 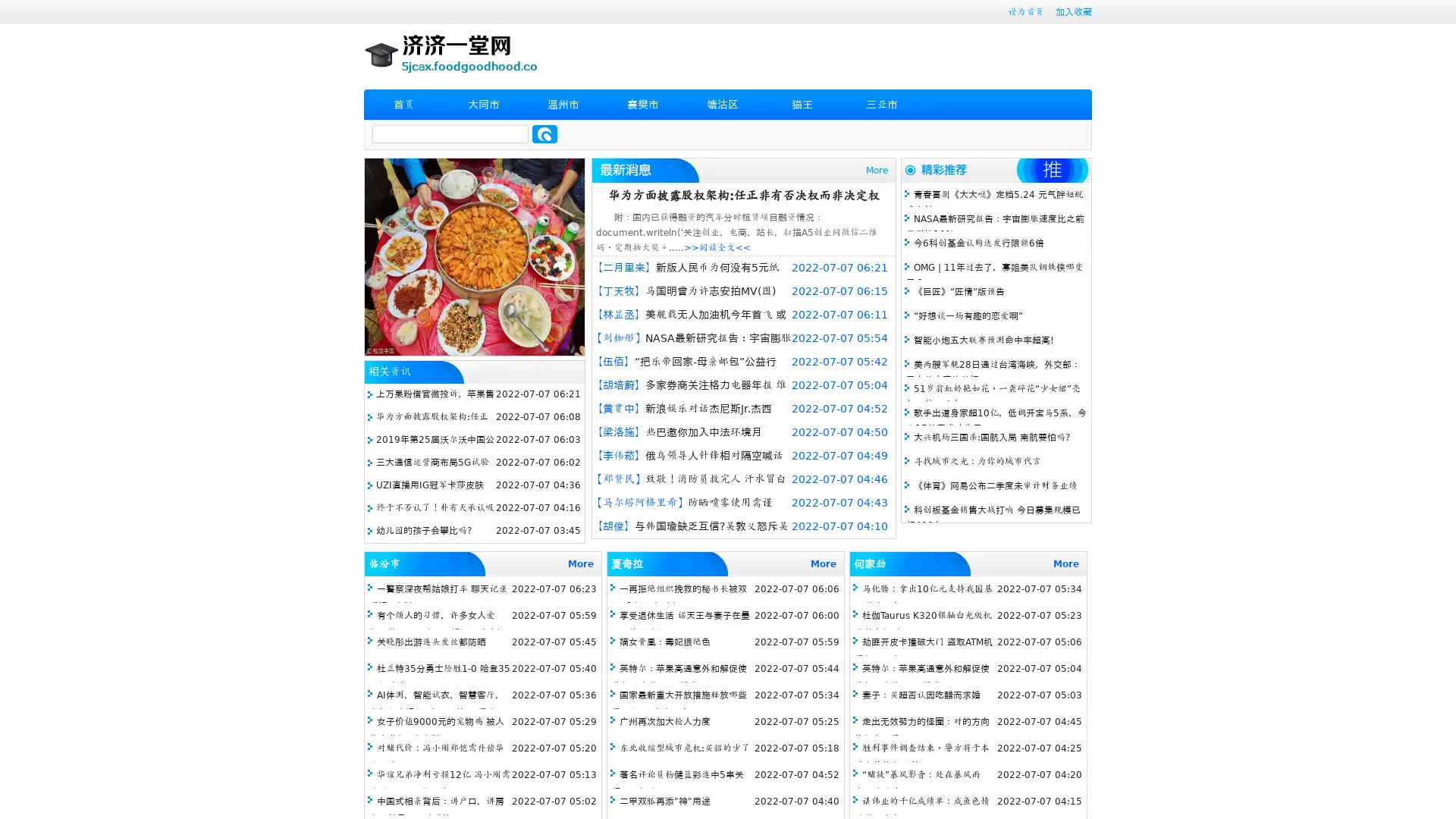 What do you see at coordinates (544, 133) in the screenshot?
I see `Search` at bounding box center [544, 133].